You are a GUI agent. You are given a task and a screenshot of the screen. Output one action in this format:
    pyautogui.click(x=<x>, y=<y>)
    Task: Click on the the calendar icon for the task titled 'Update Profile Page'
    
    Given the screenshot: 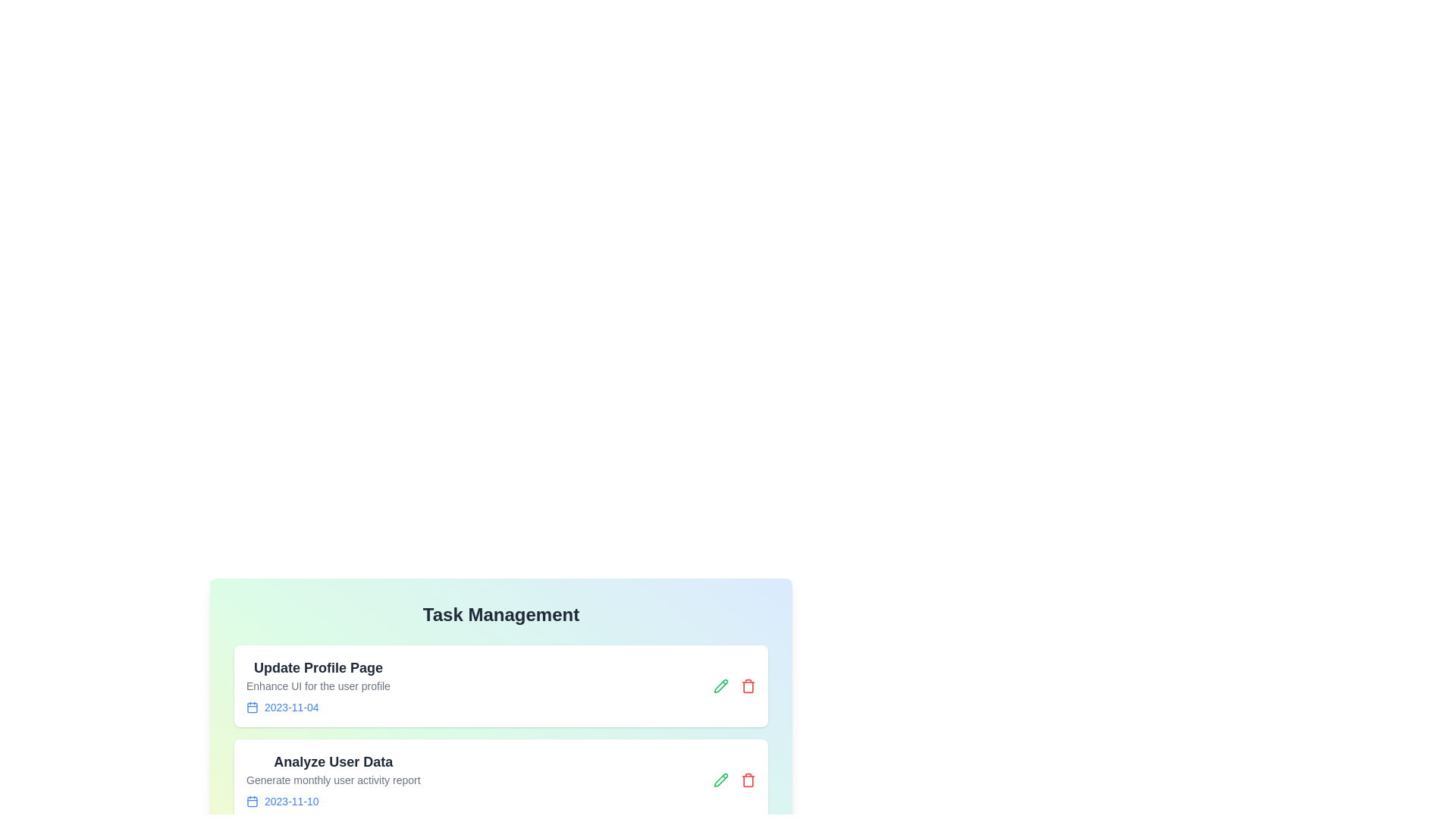 What is the action you would take?
    pyautogui.click(x=252, y=708)
    